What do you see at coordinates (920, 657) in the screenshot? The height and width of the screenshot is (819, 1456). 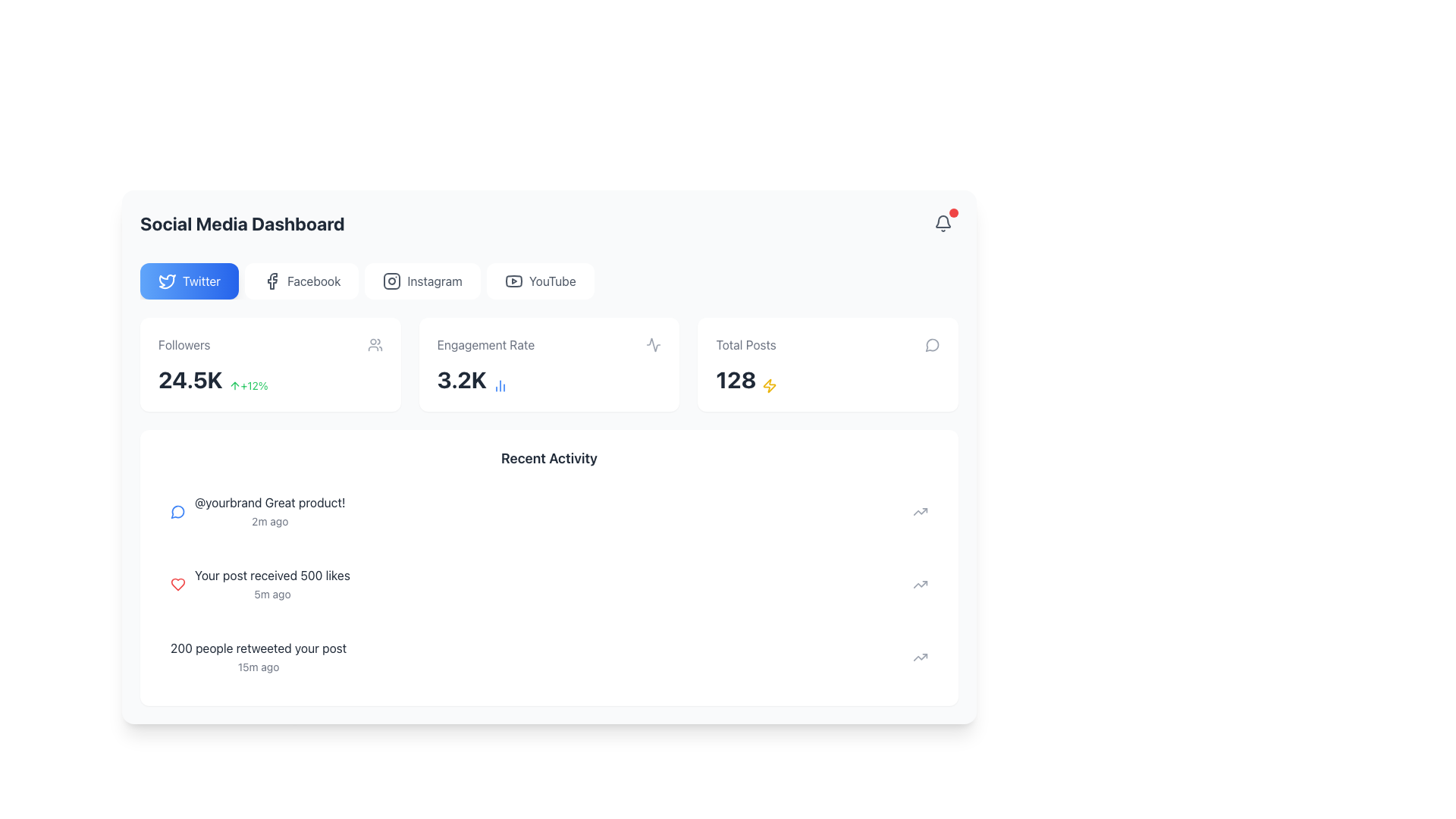 I see `the 'trending' or 'analytics' icon located in the 'Recent Activity' section, aligned with the entry about '200 people retweeted your post'` at bounding box center [920, 657].